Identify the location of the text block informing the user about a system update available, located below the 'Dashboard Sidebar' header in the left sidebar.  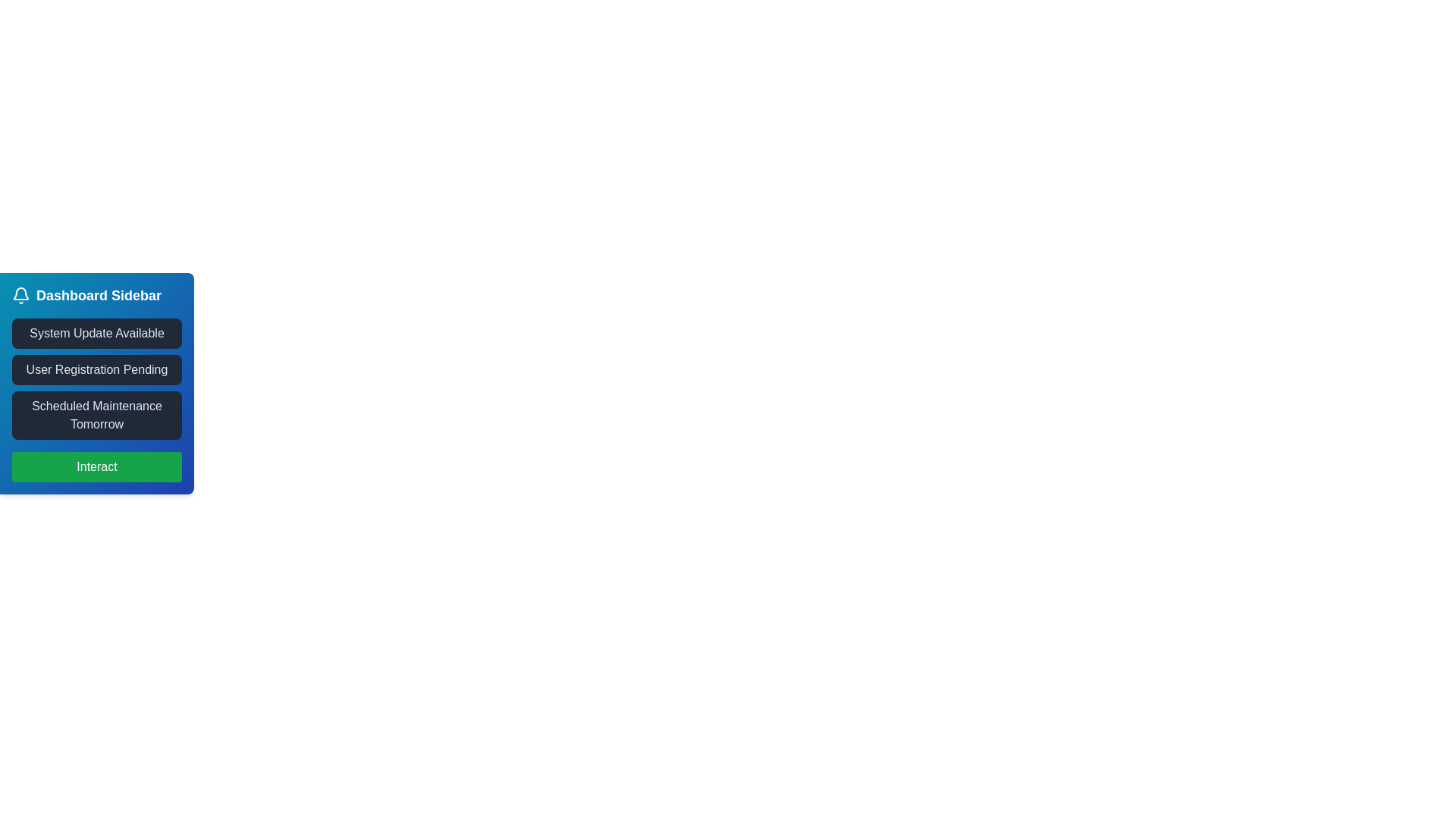
(96, 332).